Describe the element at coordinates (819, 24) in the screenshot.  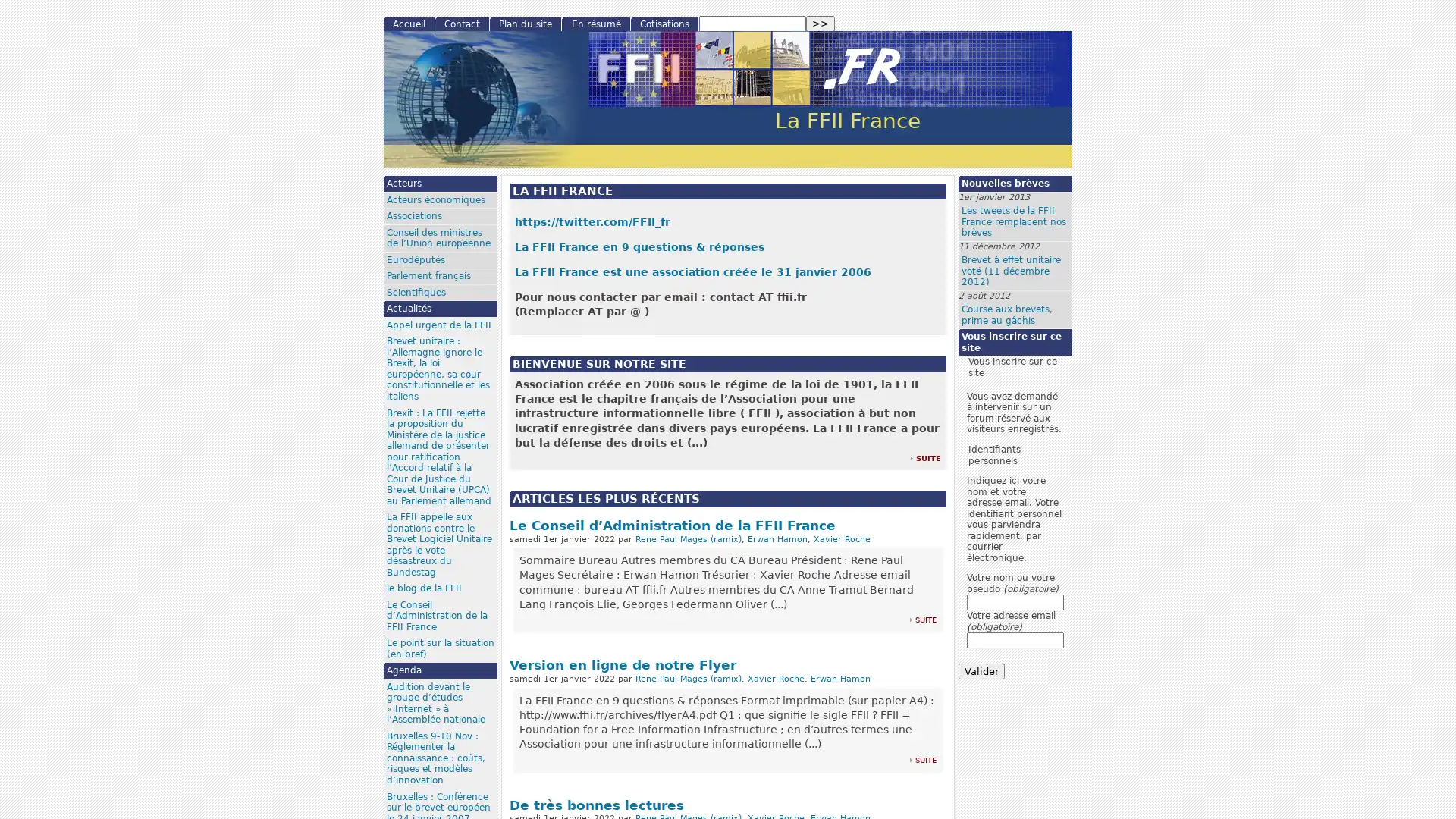
I see `>>` at that location.